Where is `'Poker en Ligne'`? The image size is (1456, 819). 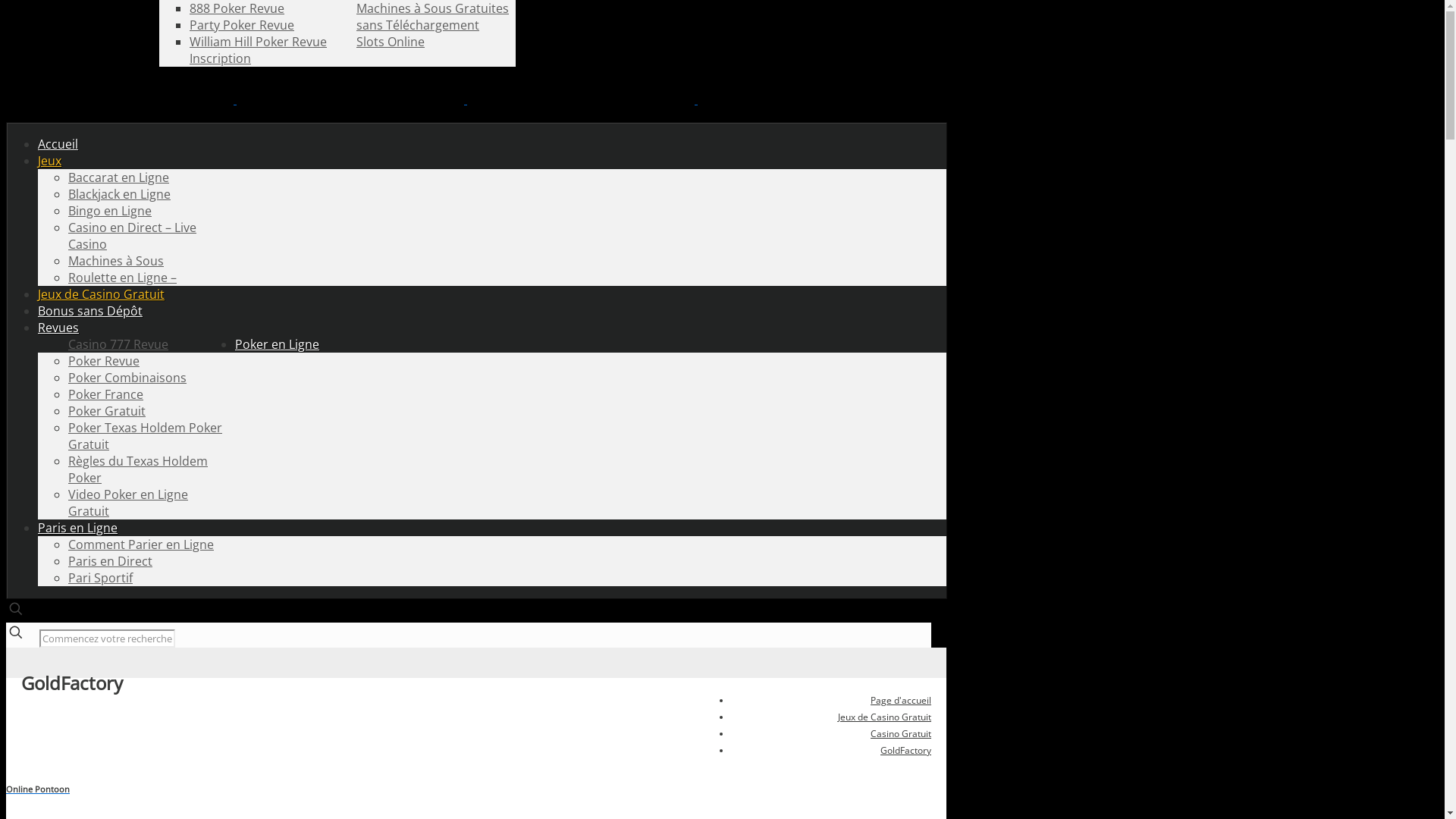 'Poker en Ligne' is located at coordinates (277, 344).